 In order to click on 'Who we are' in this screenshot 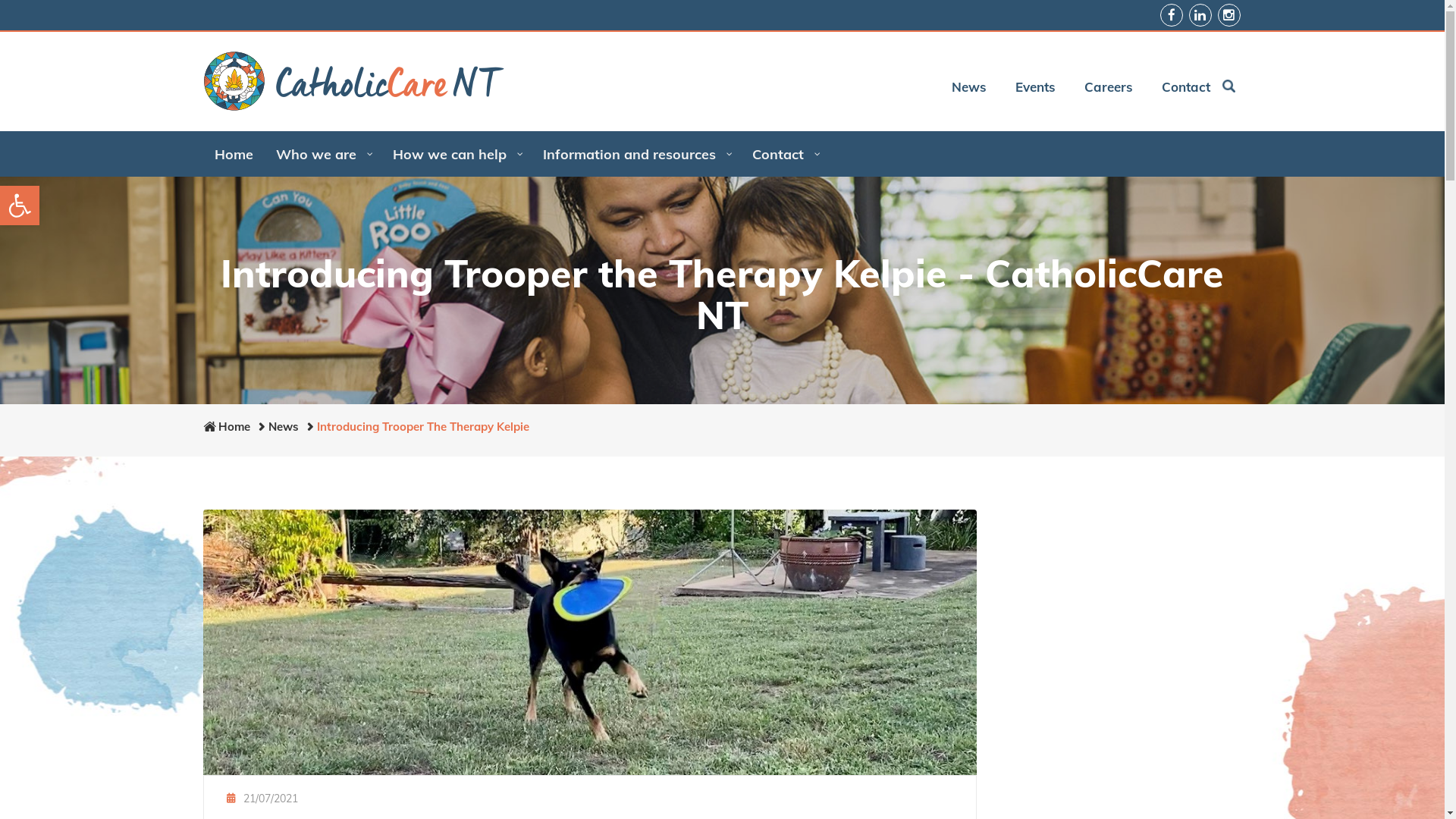, I will do `click(322, 154)`.